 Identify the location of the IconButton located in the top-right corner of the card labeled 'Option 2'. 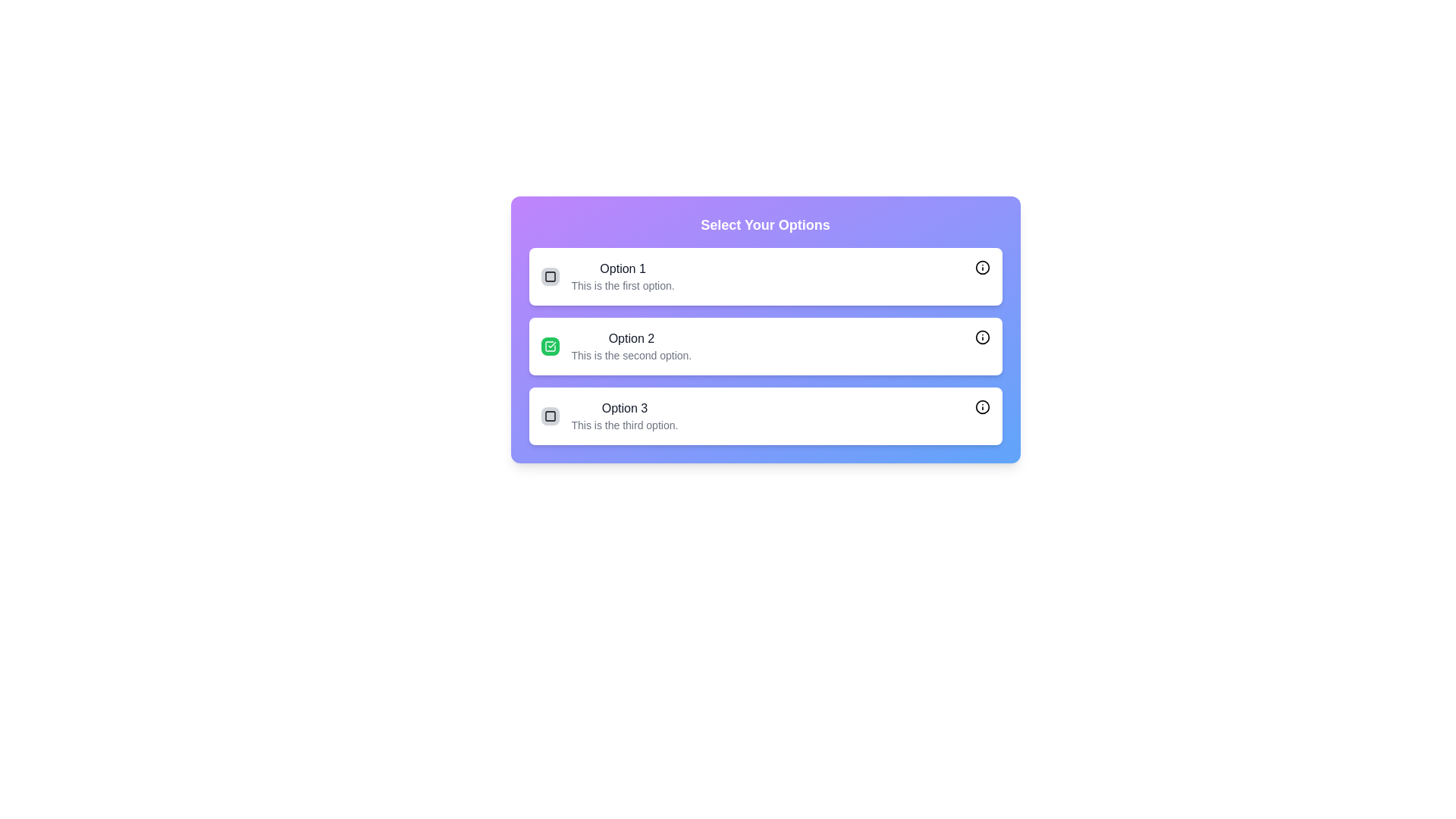
(982, 336).